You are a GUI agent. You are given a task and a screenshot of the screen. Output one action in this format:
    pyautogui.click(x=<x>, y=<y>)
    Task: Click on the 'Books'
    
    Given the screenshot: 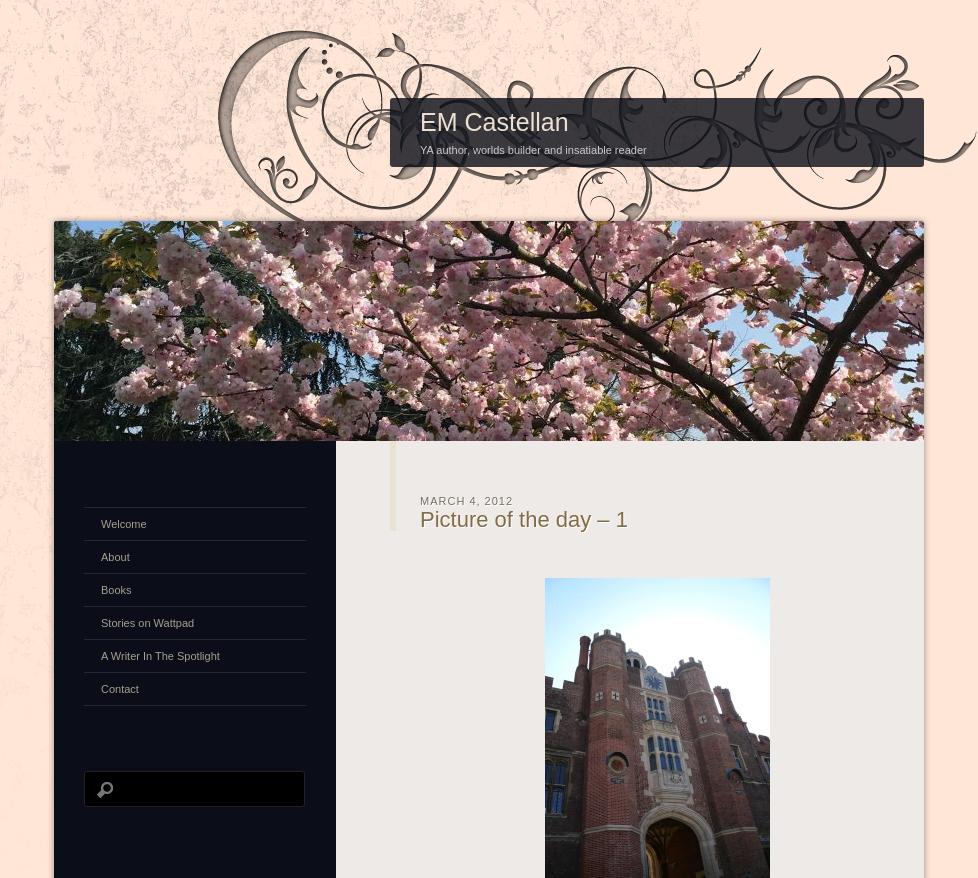 What is the action you would take?
    pyautogui.click(x=101, y=588)
    